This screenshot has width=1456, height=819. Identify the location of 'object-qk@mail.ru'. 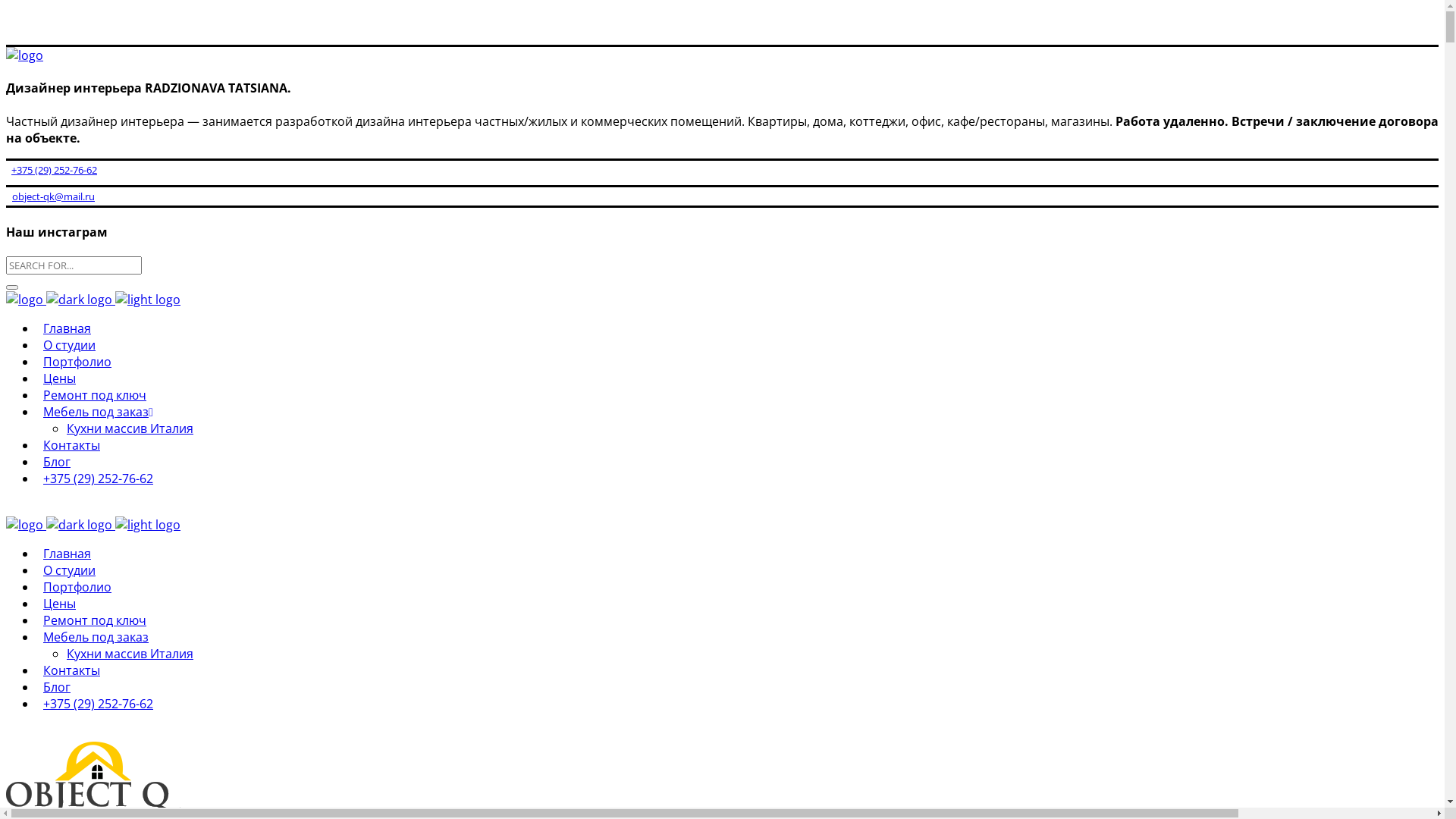
(50, 195).